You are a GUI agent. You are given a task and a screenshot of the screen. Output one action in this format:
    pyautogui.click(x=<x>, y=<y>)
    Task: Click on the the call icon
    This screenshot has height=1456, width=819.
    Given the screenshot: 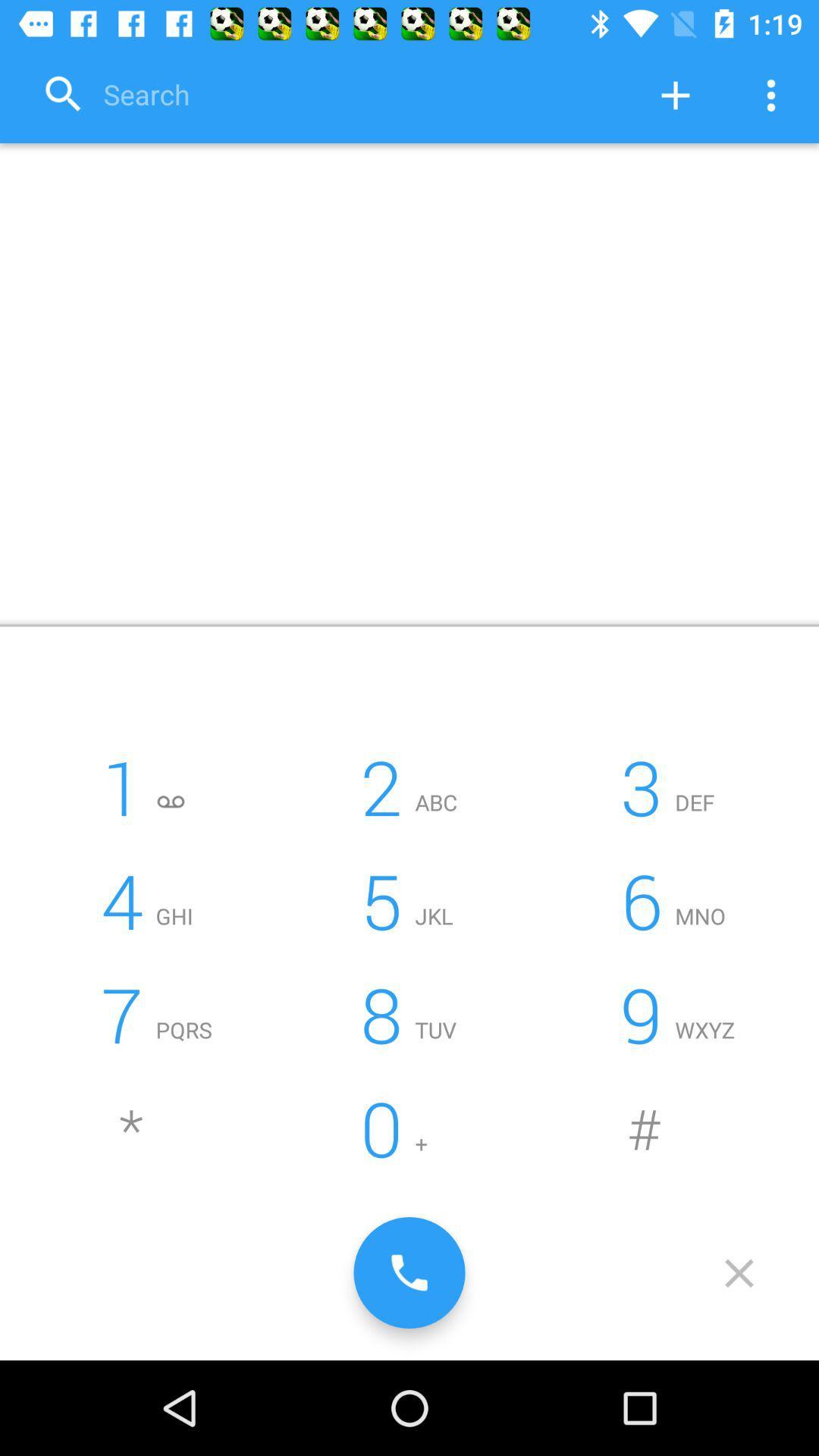 What is the action you would take?
    pyautogui.click(x=409, y=1272)
    